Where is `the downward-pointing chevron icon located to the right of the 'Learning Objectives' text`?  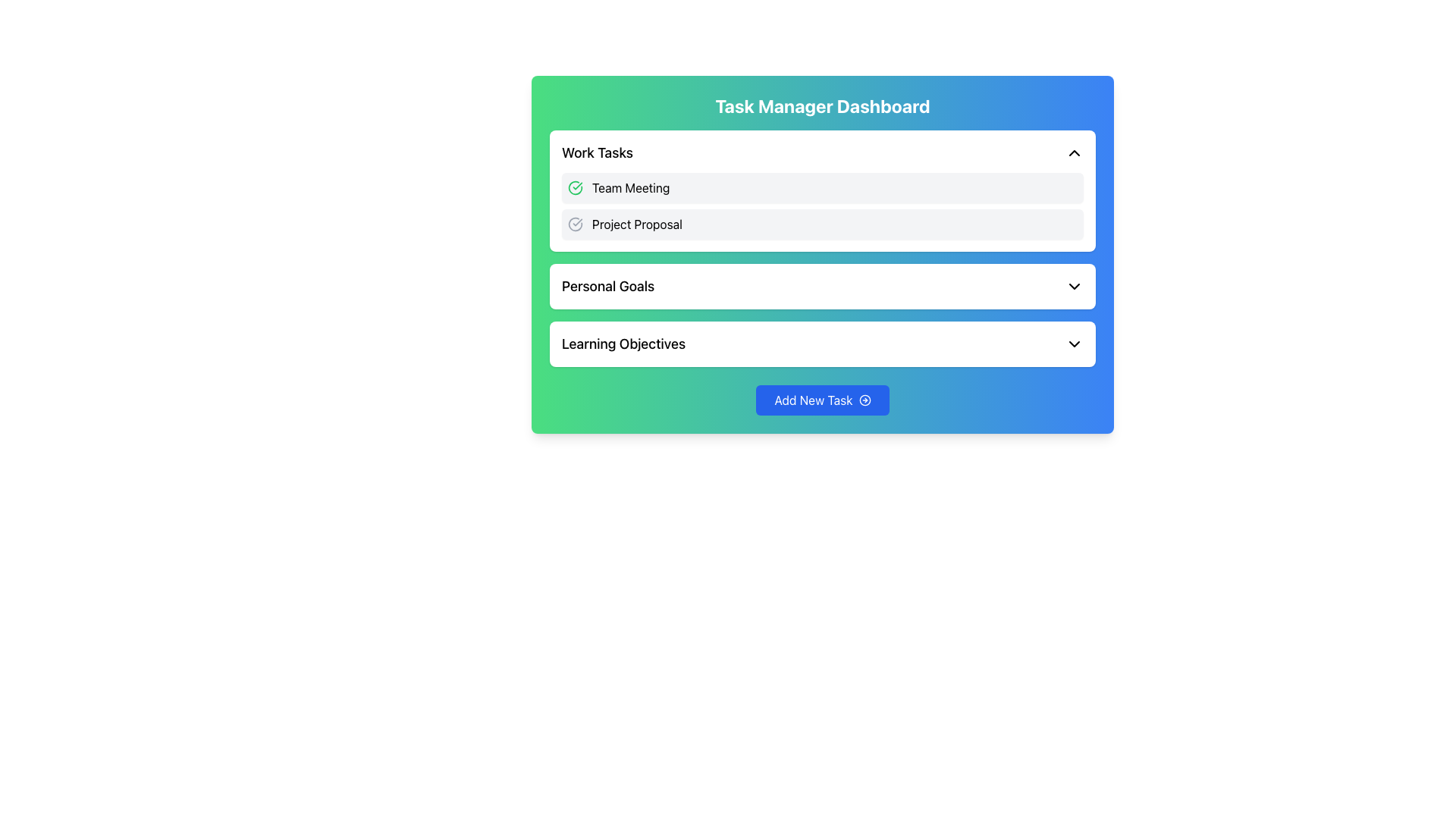 the downward-pointing chevron icon located to the right of the 'Learning Objectives' text is located at coordinates (1073, 344).